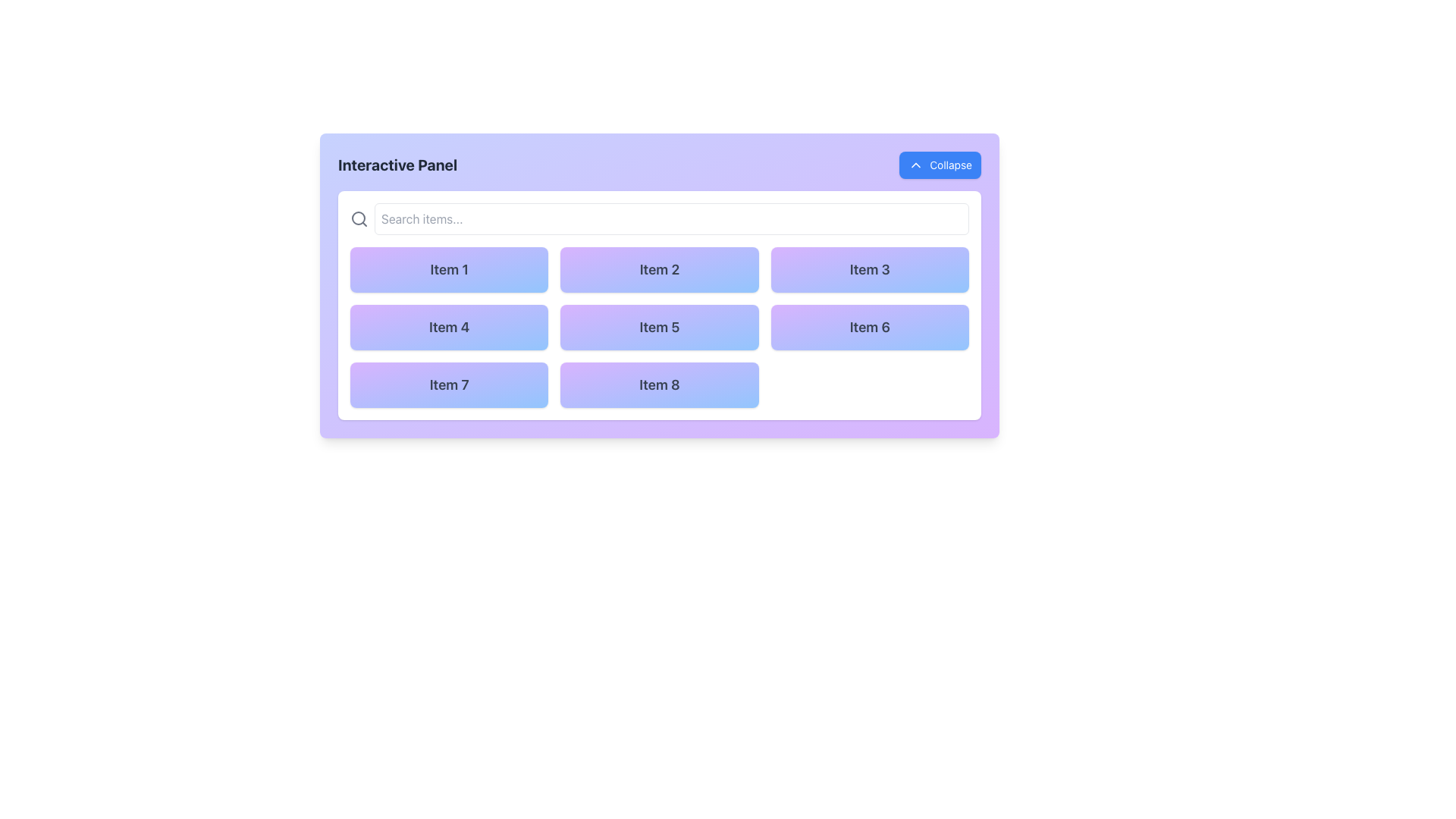  Describe the element at coordinates (659, 268) in the screenshot. I see `the static text label located in the upper central part of the grid, which is the second item in a horizontal row adjacent to 'Item 1' and 'Item 3'` at that location.